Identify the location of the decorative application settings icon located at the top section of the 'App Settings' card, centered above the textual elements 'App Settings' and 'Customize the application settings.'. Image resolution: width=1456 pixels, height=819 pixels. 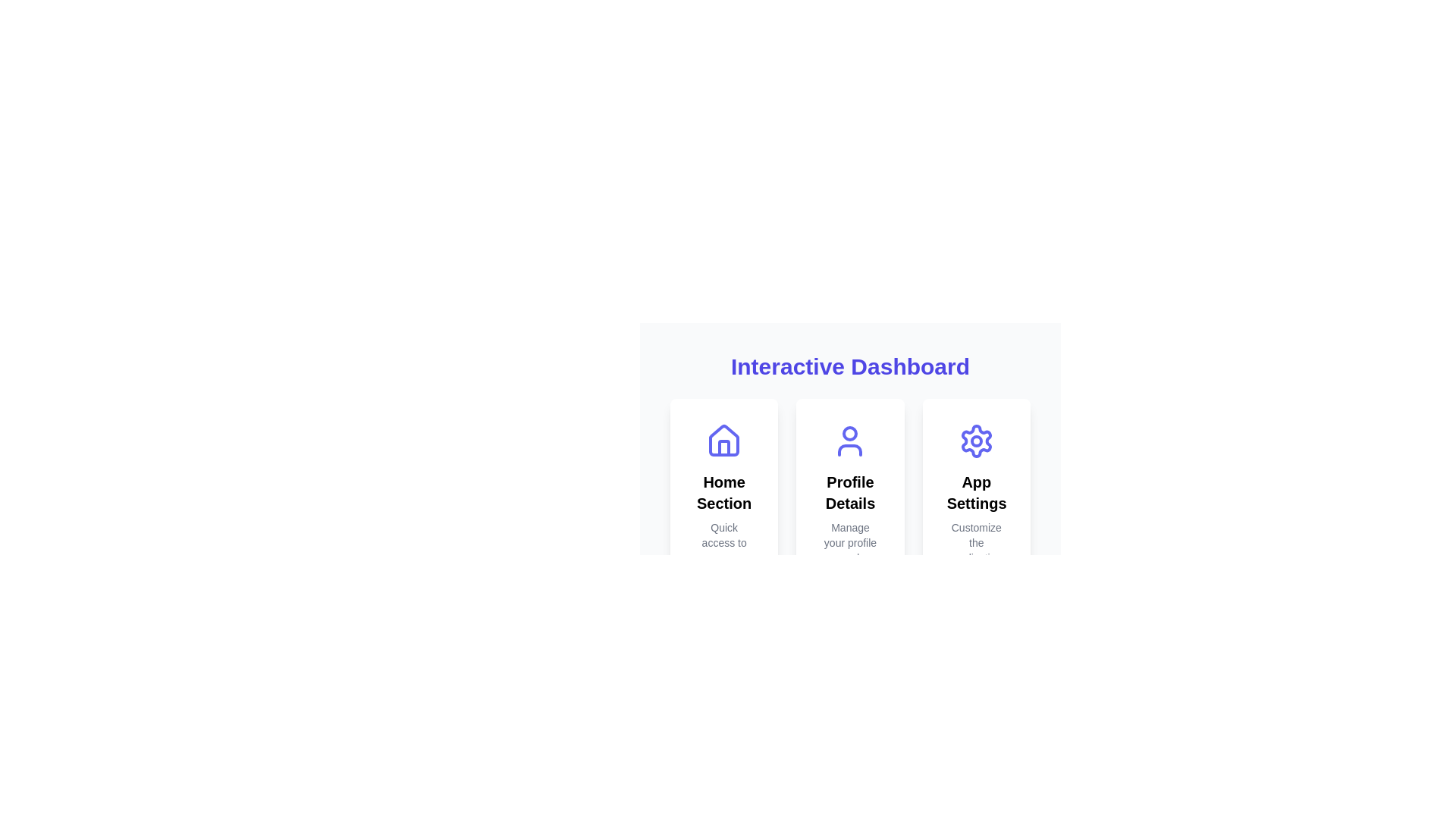
(976, 441).